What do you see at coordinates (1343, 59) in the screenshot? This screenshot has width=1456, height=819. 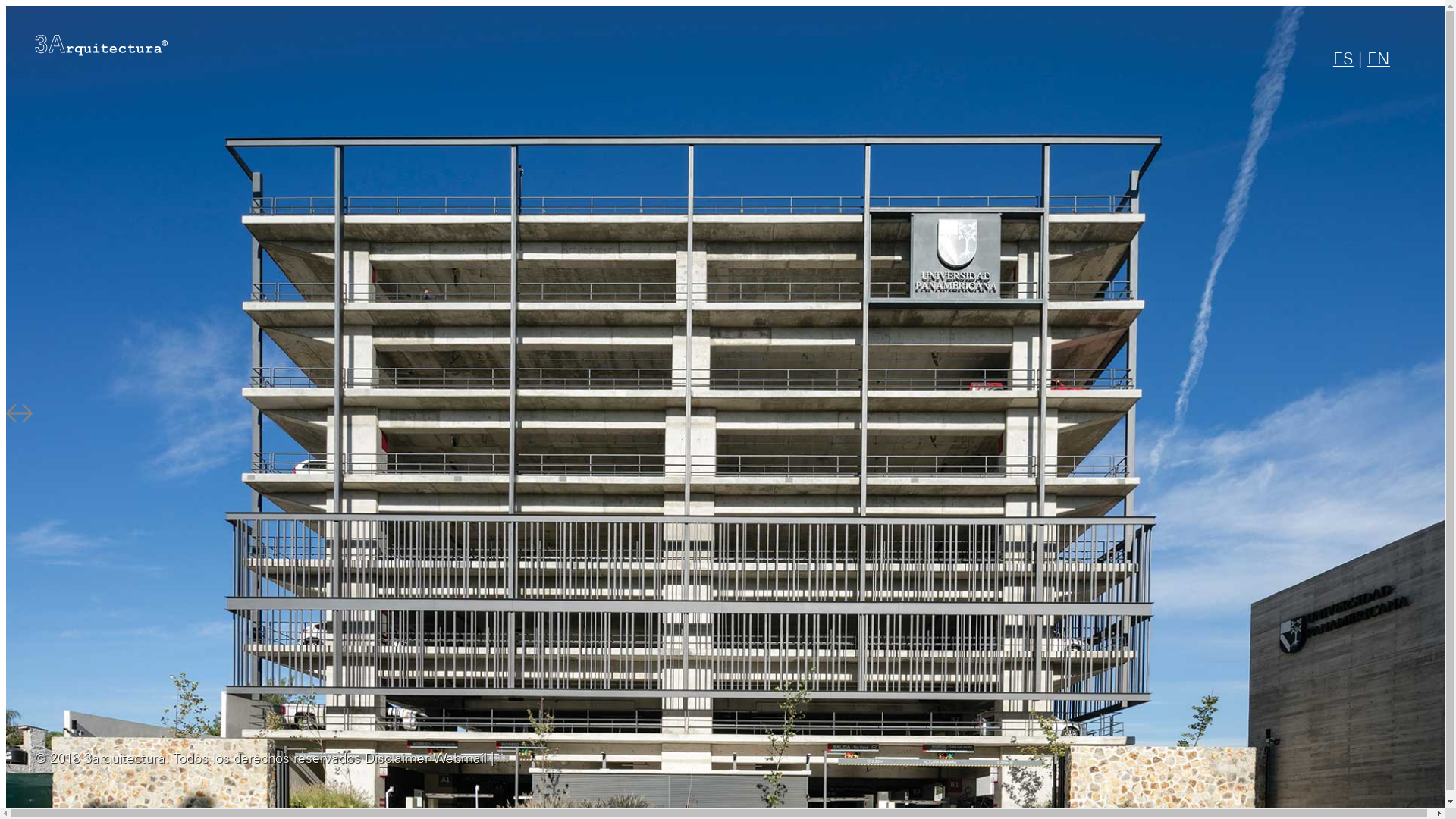 I see `'ES'` at bounding box center [1343, 59].